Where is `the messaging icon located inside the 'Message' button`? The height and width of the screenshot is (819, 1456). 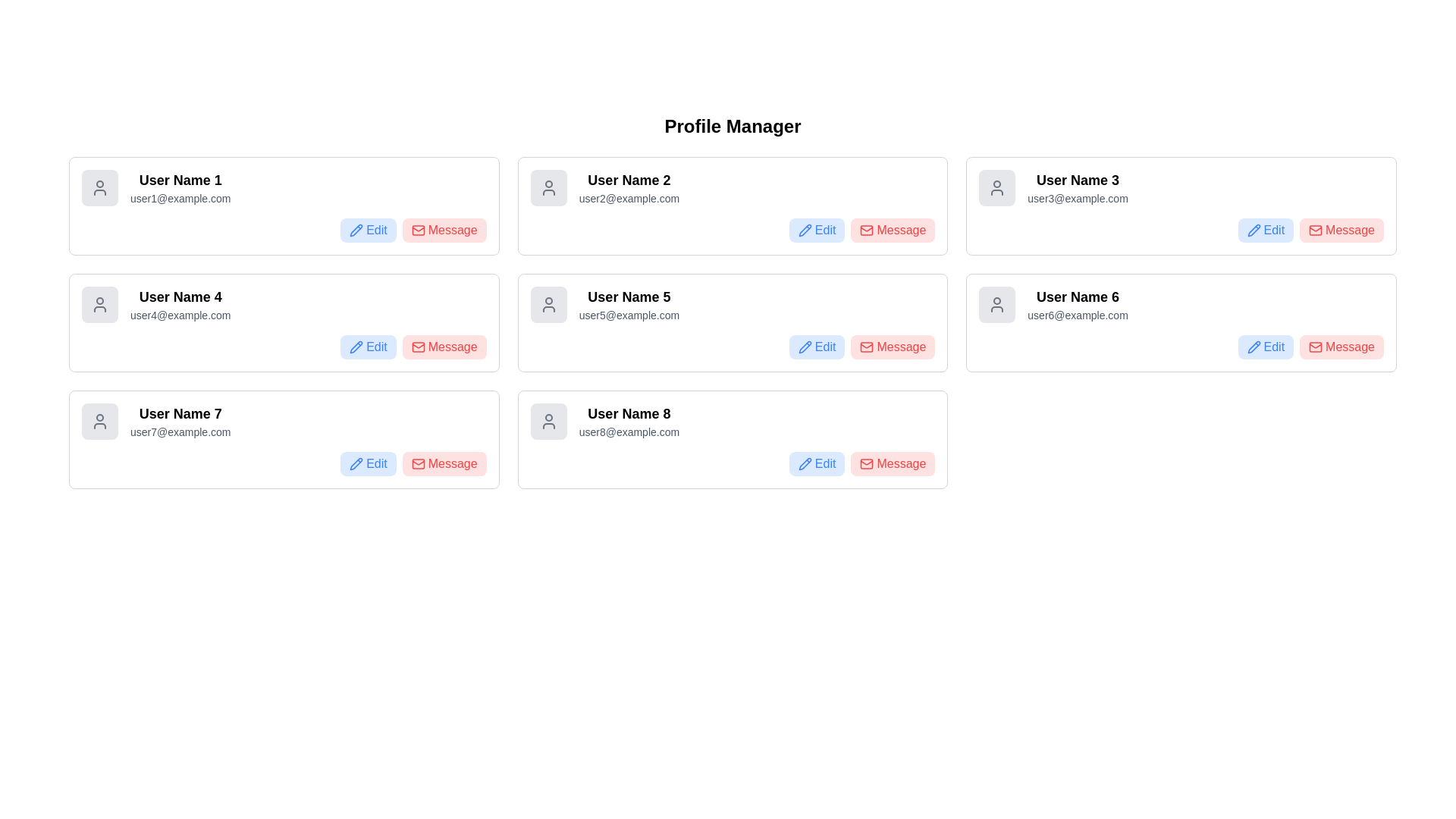 the messaging icon located inside the 'Message' button is located at coordinates (418, 347).